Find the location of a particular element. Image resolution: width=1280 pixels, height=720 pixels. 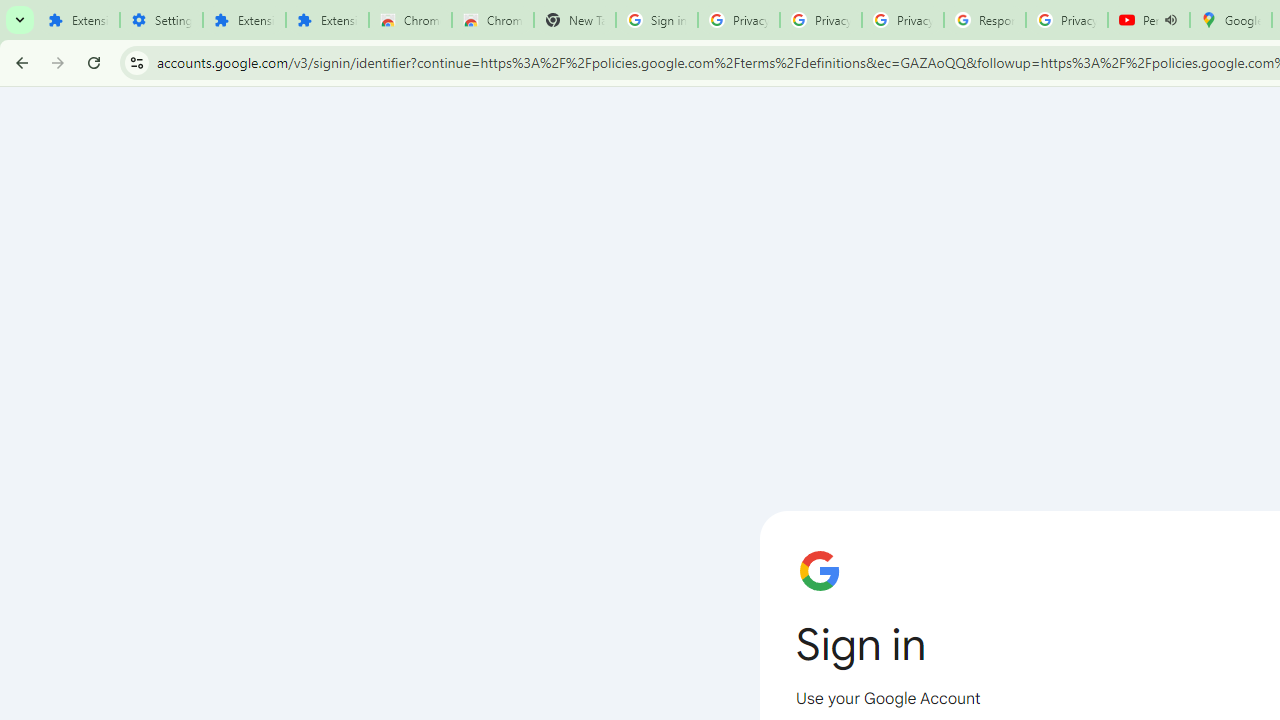

'New Tab' is located at coordinates (573, 20).